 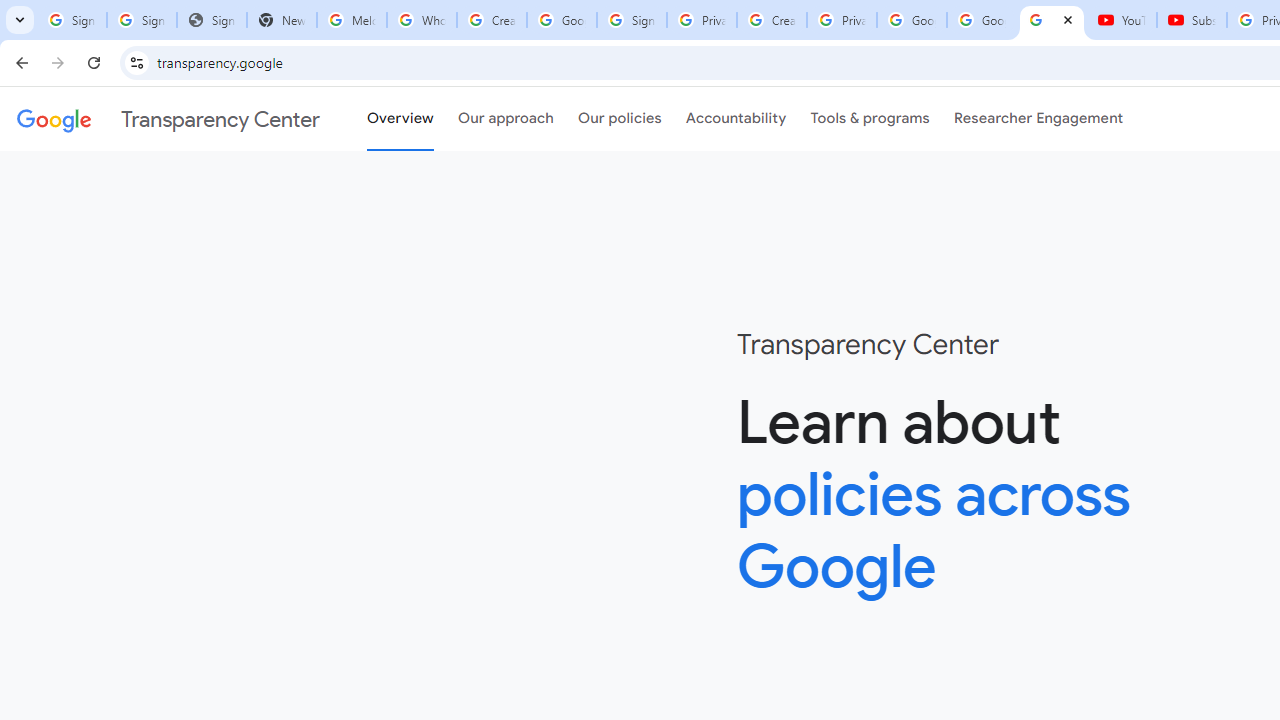 I want to click on 'Create your Google Account', so click(x=492, y=20).